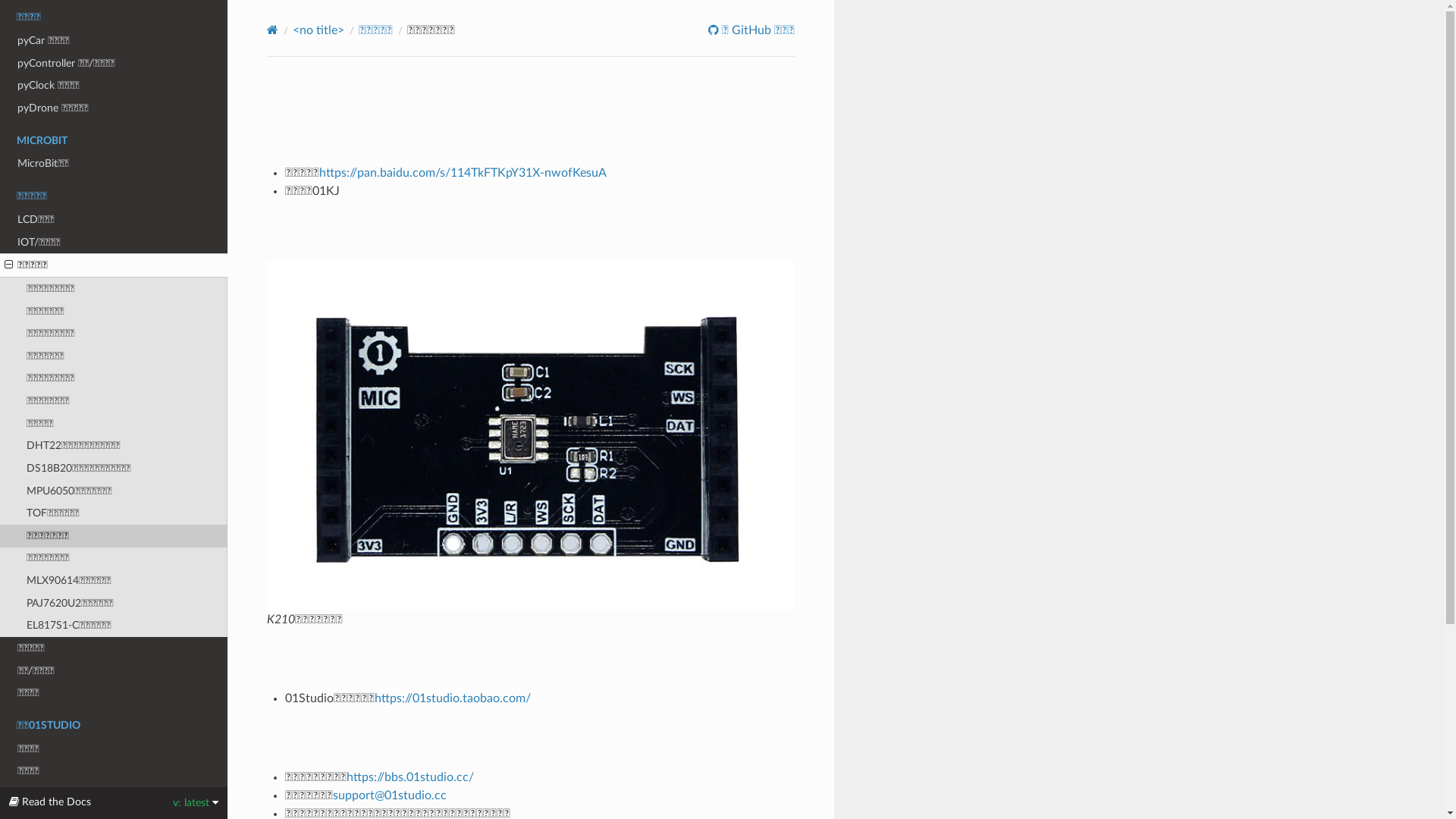  Describe the element at coordinates (8, 265) in the screenshot. I see `'Open/close menu'` at that location.